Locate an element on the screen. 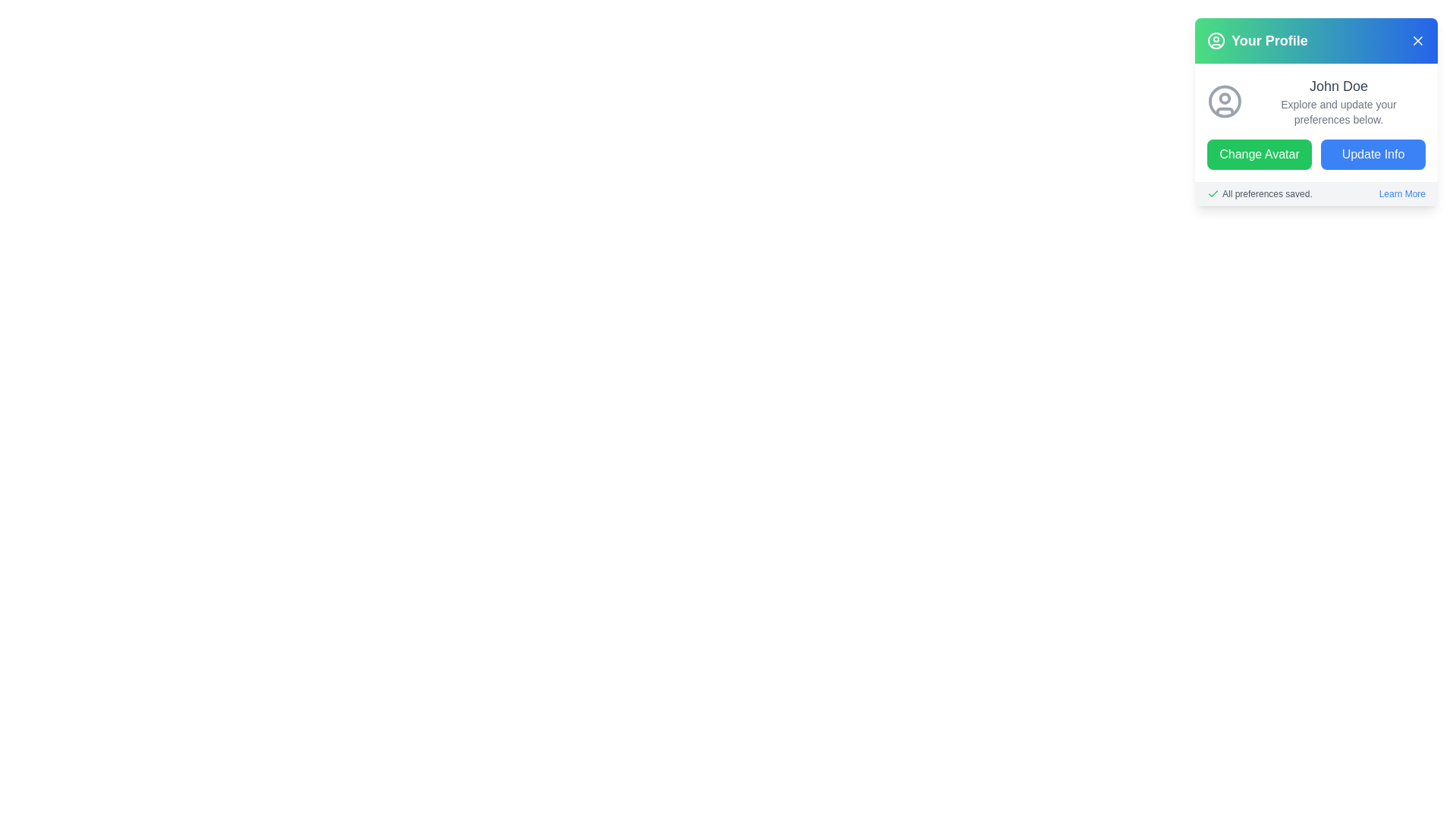 Image resolution: width=1456 pixels, height=819 pixels. the 'Update Info' button, which is a rectangular button with white text on a blue background, located to the right of the 'Change Avatar' button is located at coordinates (1373, 155).